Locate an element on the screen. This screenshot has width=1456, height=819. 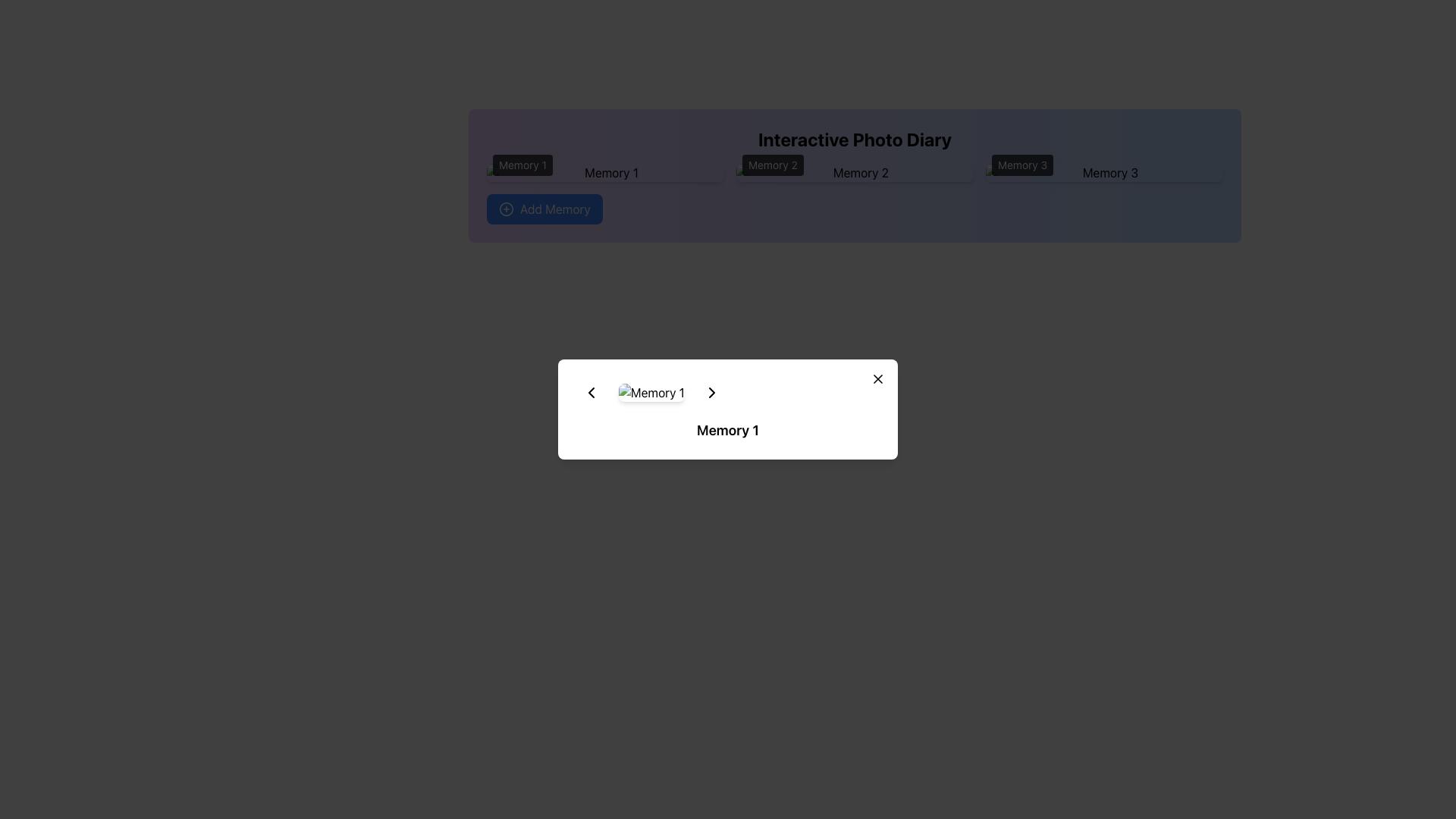
the icon located on the left side of the 'Add Memory' button, which visually communicates the action of adding a new memory is located at coordinates (506, 209).